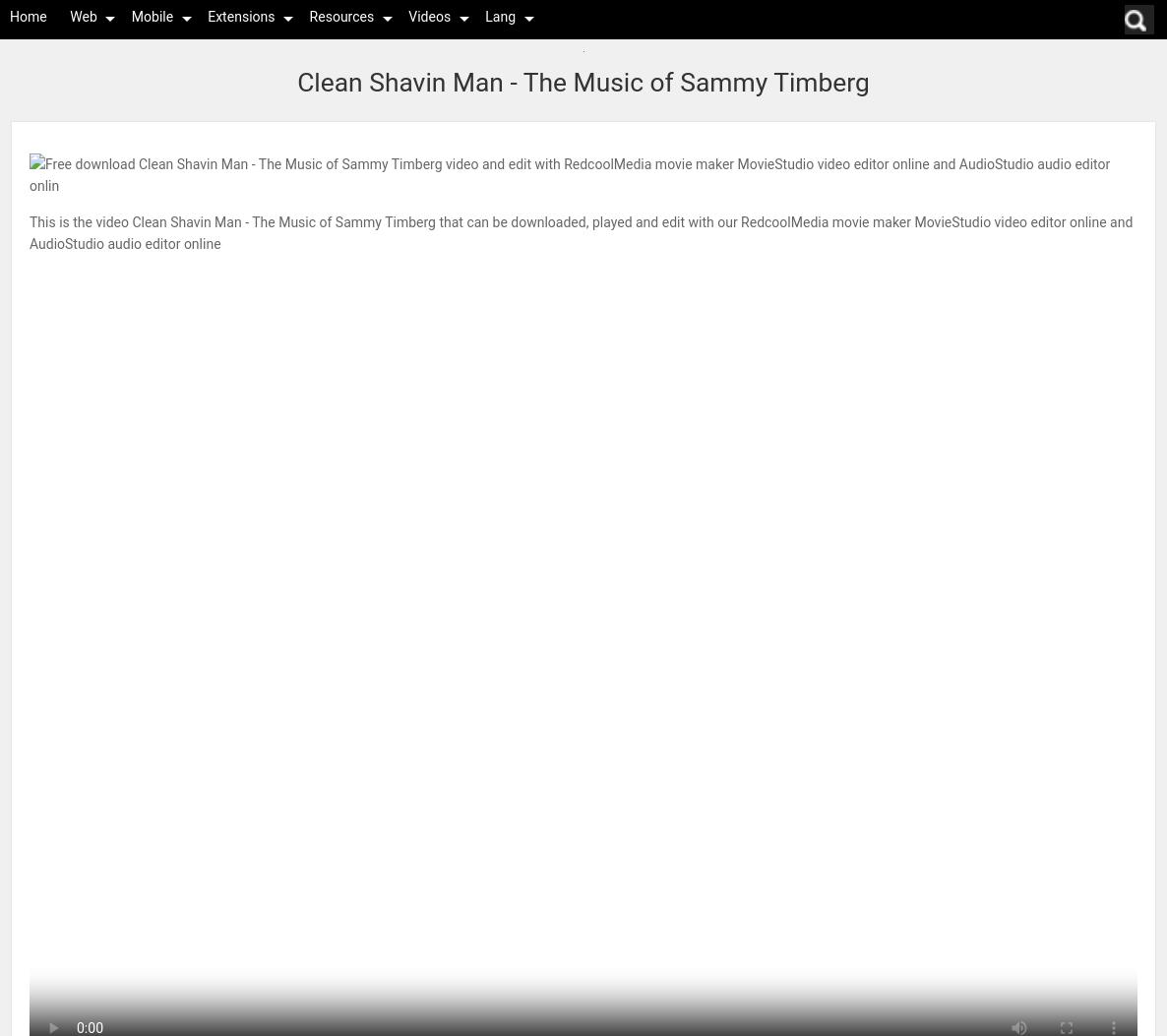 Image resolution: width=1167 pixels, height=1036 pixels. Describe the element at coordinates (83, 16) in the screenshot. I see `'Web'` at that location.